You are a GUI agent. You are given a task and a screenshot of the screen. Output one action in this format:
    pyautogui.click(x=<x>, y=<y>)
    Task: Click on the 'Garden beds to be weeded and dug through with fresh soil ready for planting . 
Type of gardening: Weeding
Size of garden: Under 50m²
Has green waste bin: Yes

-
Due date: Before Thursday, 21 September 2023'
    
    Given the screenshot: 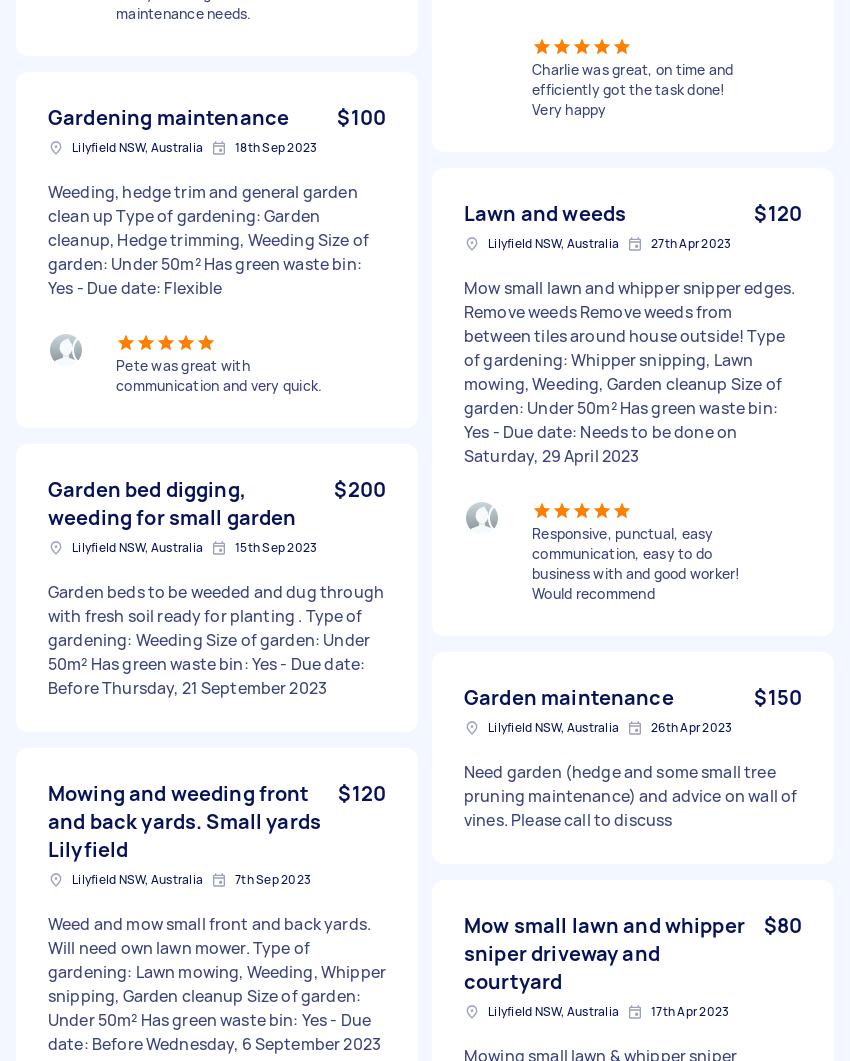 What is the action you would take?
    pyautogui.click(x=48, y=638)
    